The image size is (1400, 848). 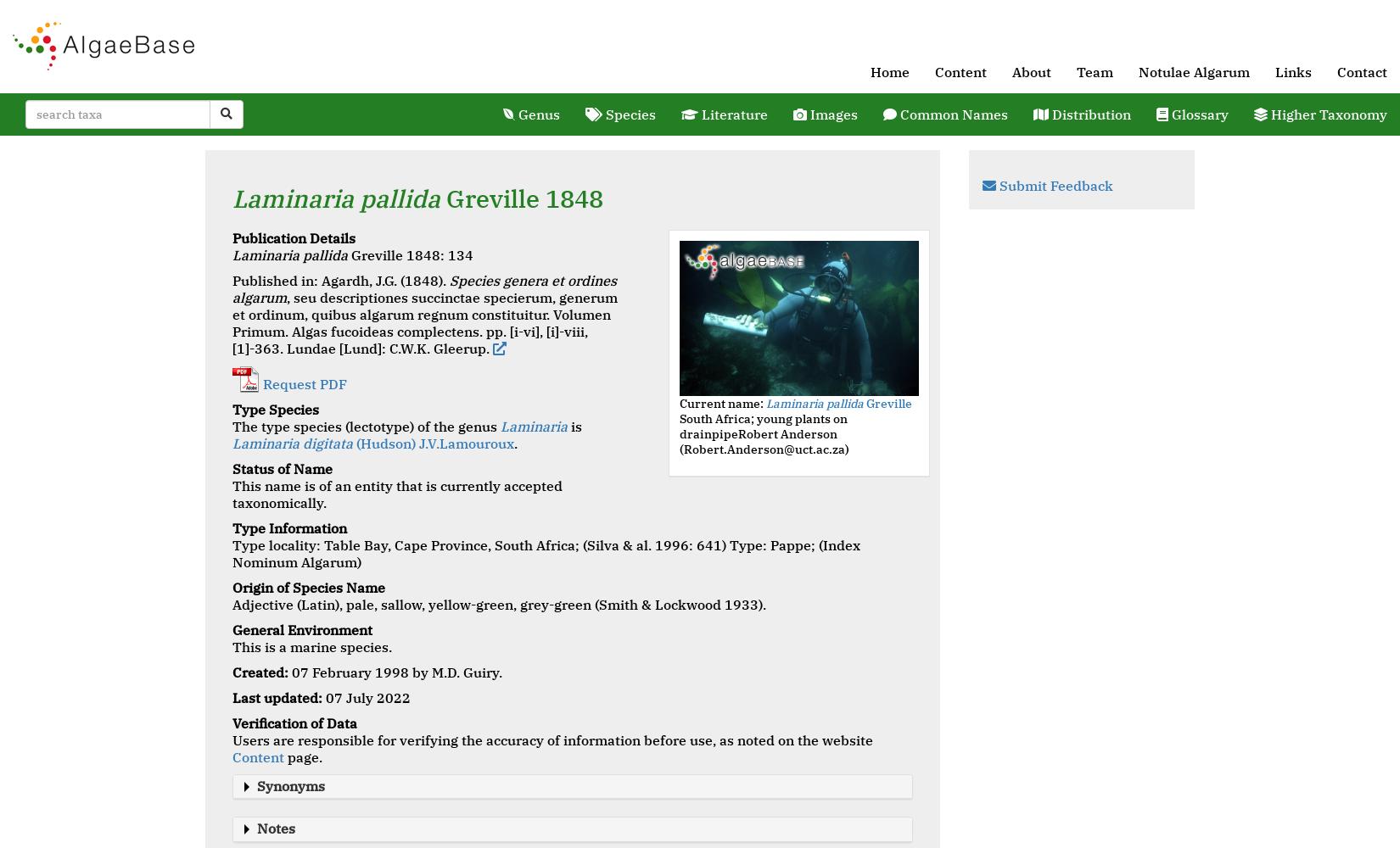 What do you see at coordinates (289, 527) in the screenshot?
I see `'Type Information'` at bounding box center [289, 527].